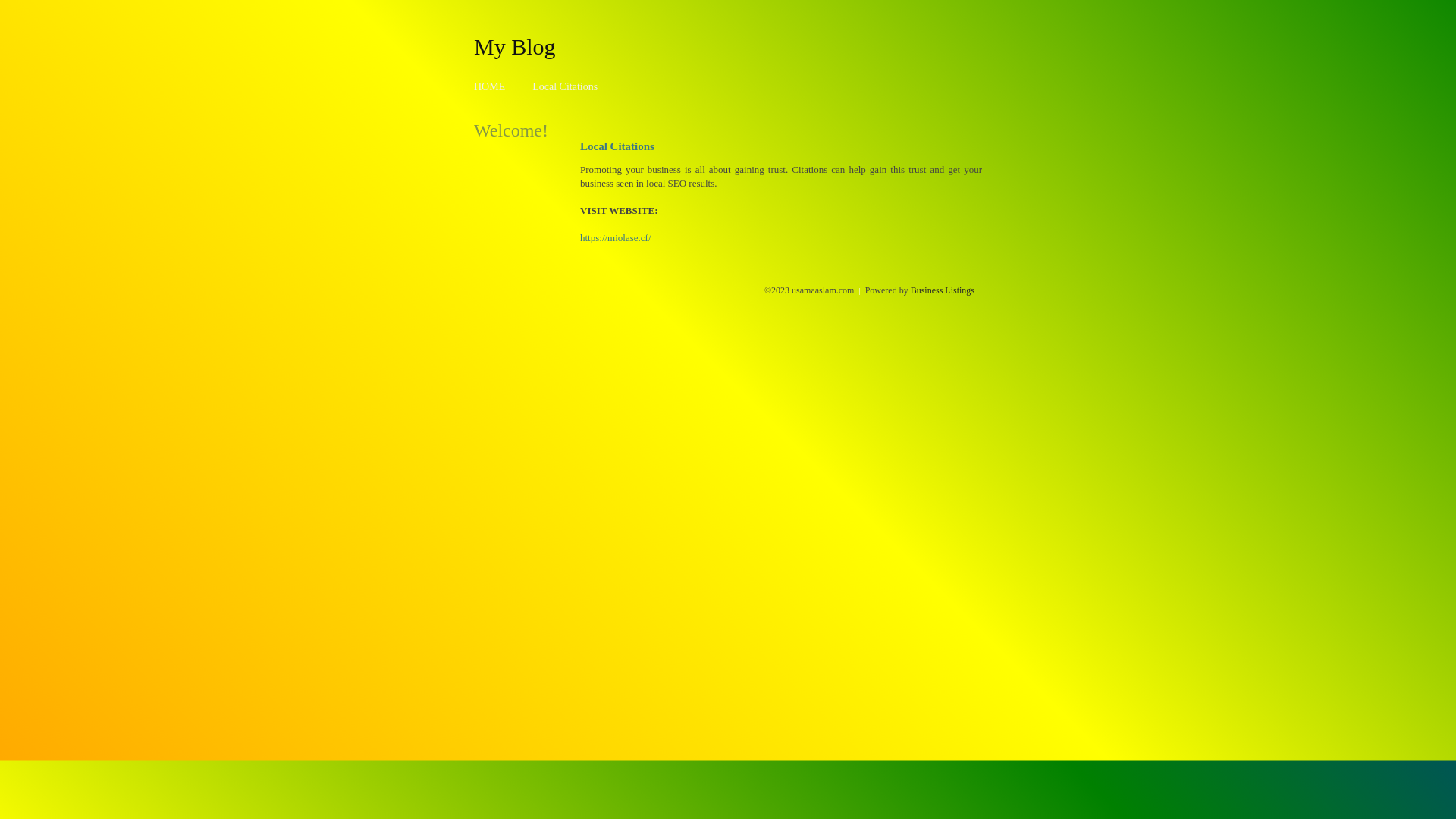  Describe the element at coordinates (514, 45) in the screenshot. I see `'My Blog'` at that location.